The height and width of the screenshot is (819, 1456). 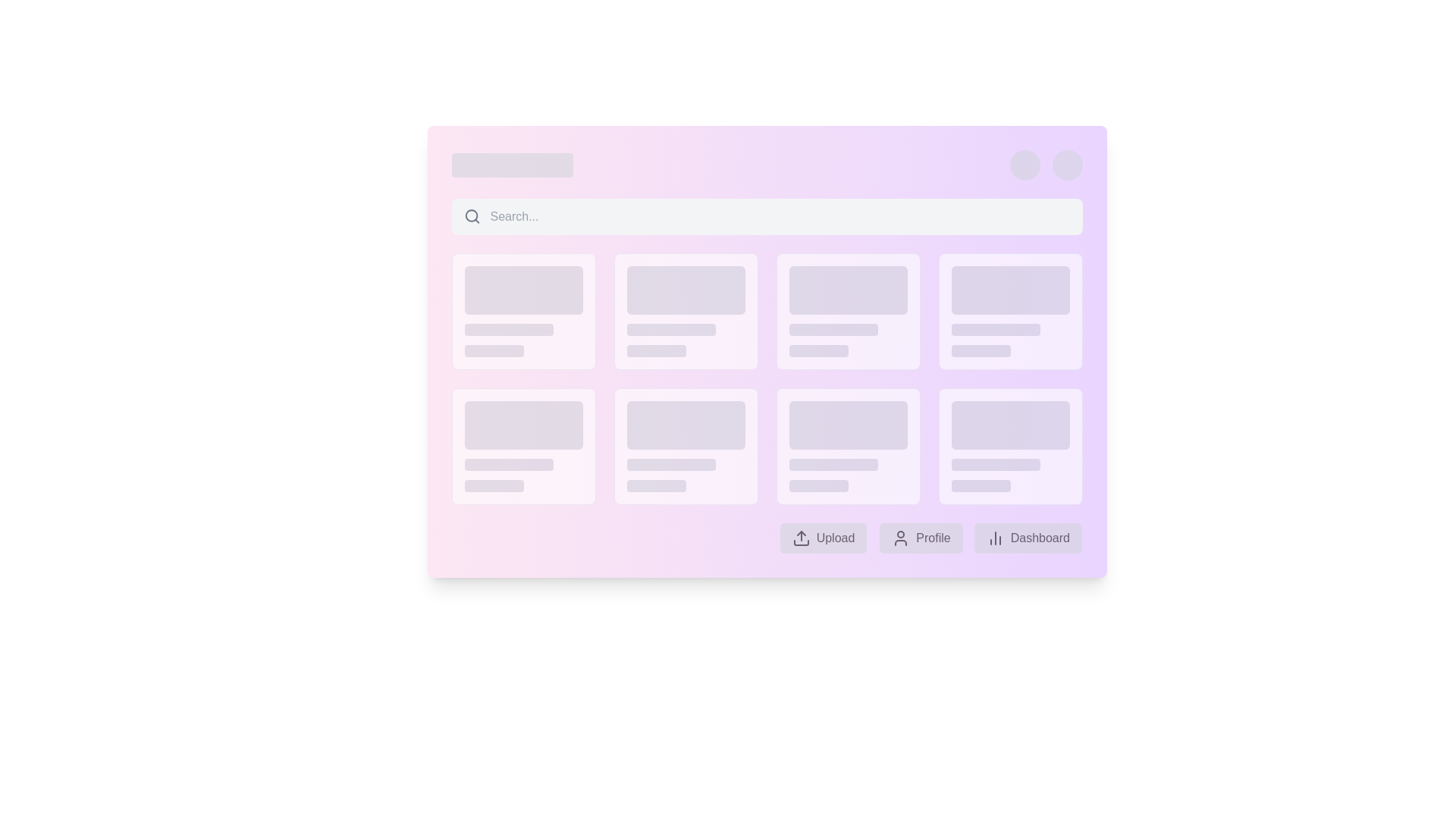 I want to click on the upload icon styled as an upward arrow within a square outline, so click(x=801, y=537).